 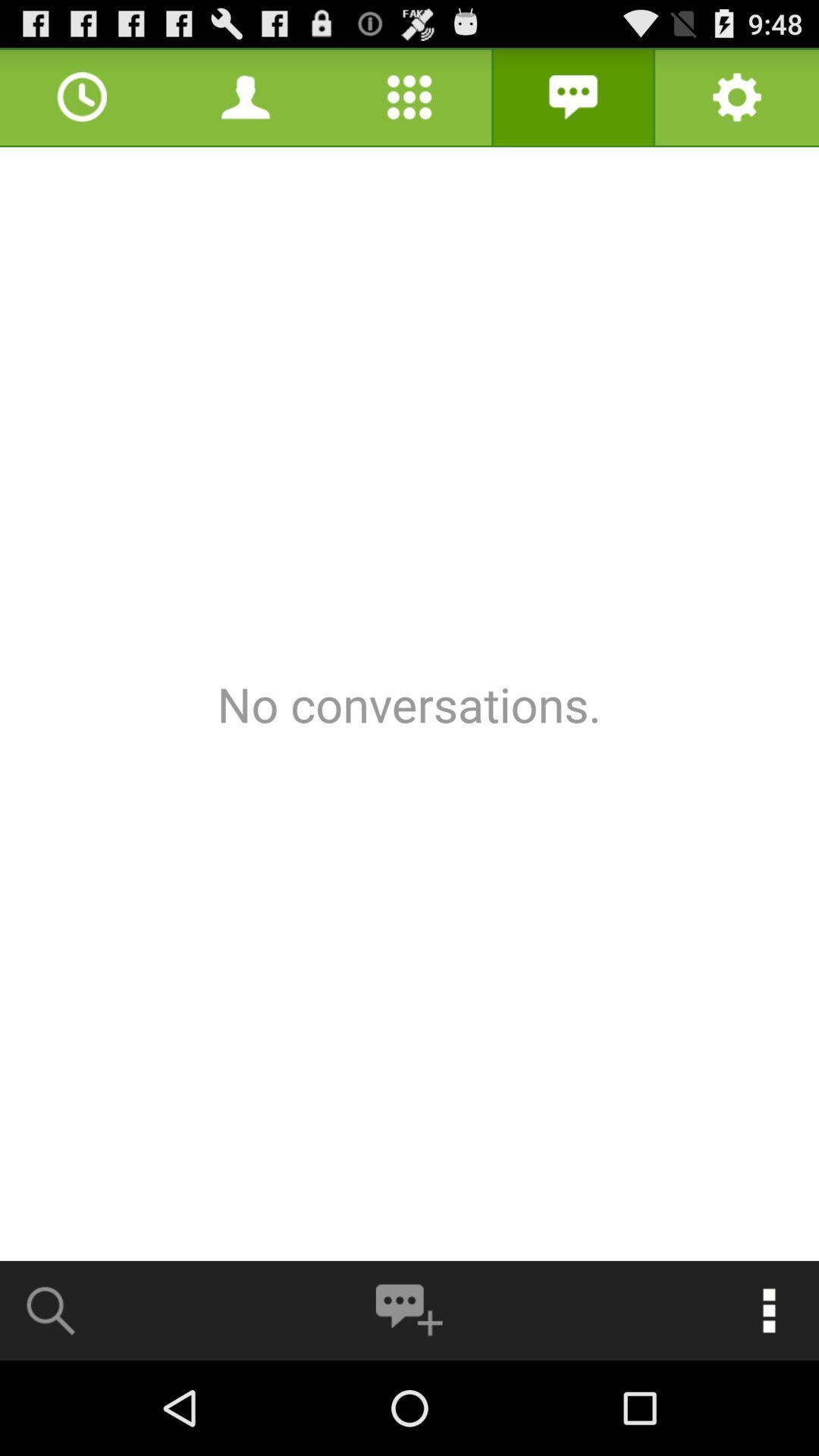 I want to click on the chat icon, so click(x=408, y=1401).